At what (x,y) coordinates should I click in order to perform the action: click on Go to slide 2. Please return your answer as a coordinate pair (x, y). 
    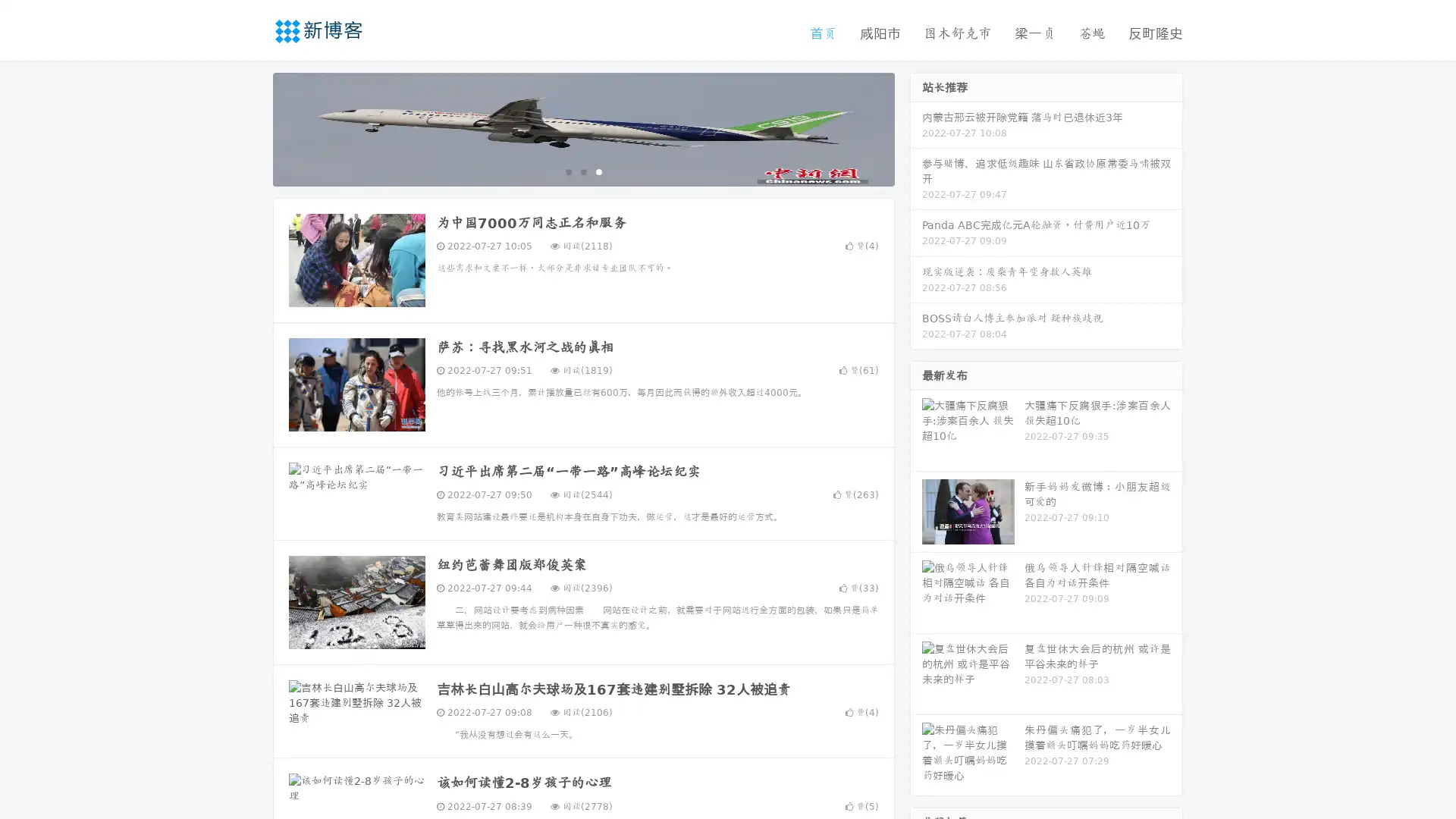
    Looking at the image, I should click on (582, 171).